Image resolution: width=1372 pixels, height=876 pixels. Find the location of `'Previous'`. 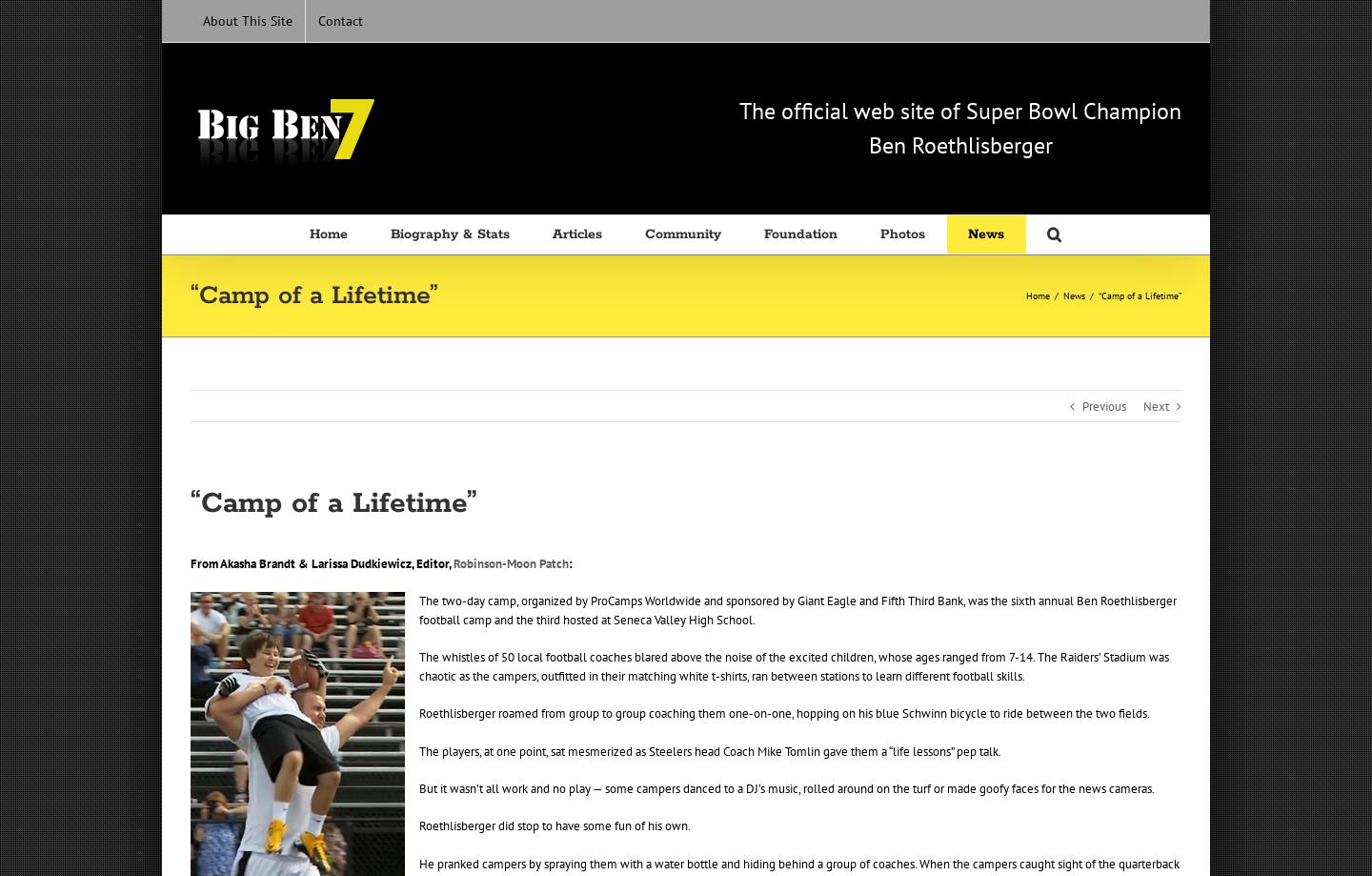

'Previous' is located at coordinates (1104, 406).